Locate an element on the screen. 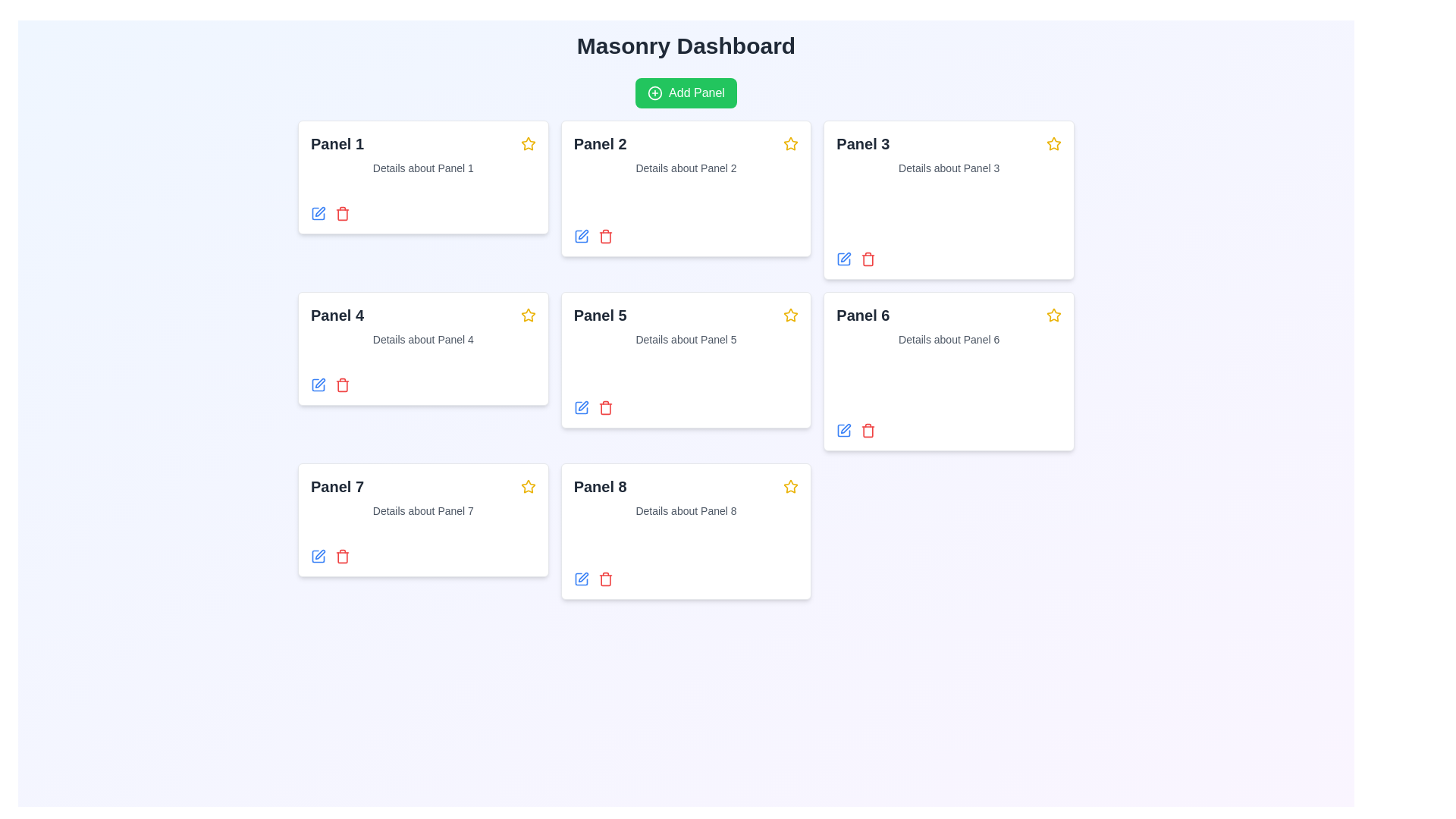  the lower segment of the trash can icon within the SVG element located in 'Panel 7' is located at coordinates (341, 557).